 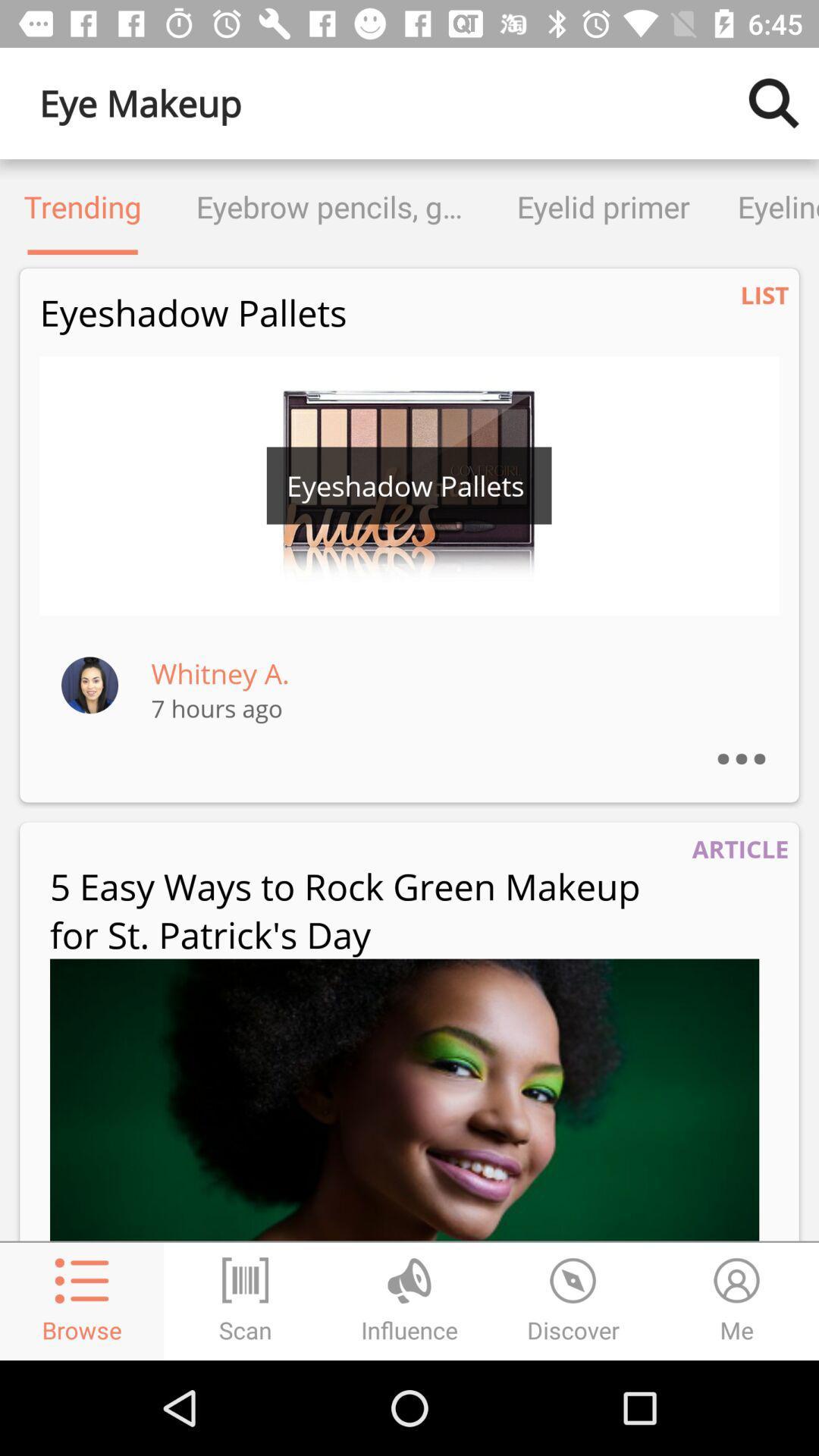 I want to click on the ..., so click(x=756, y=739).